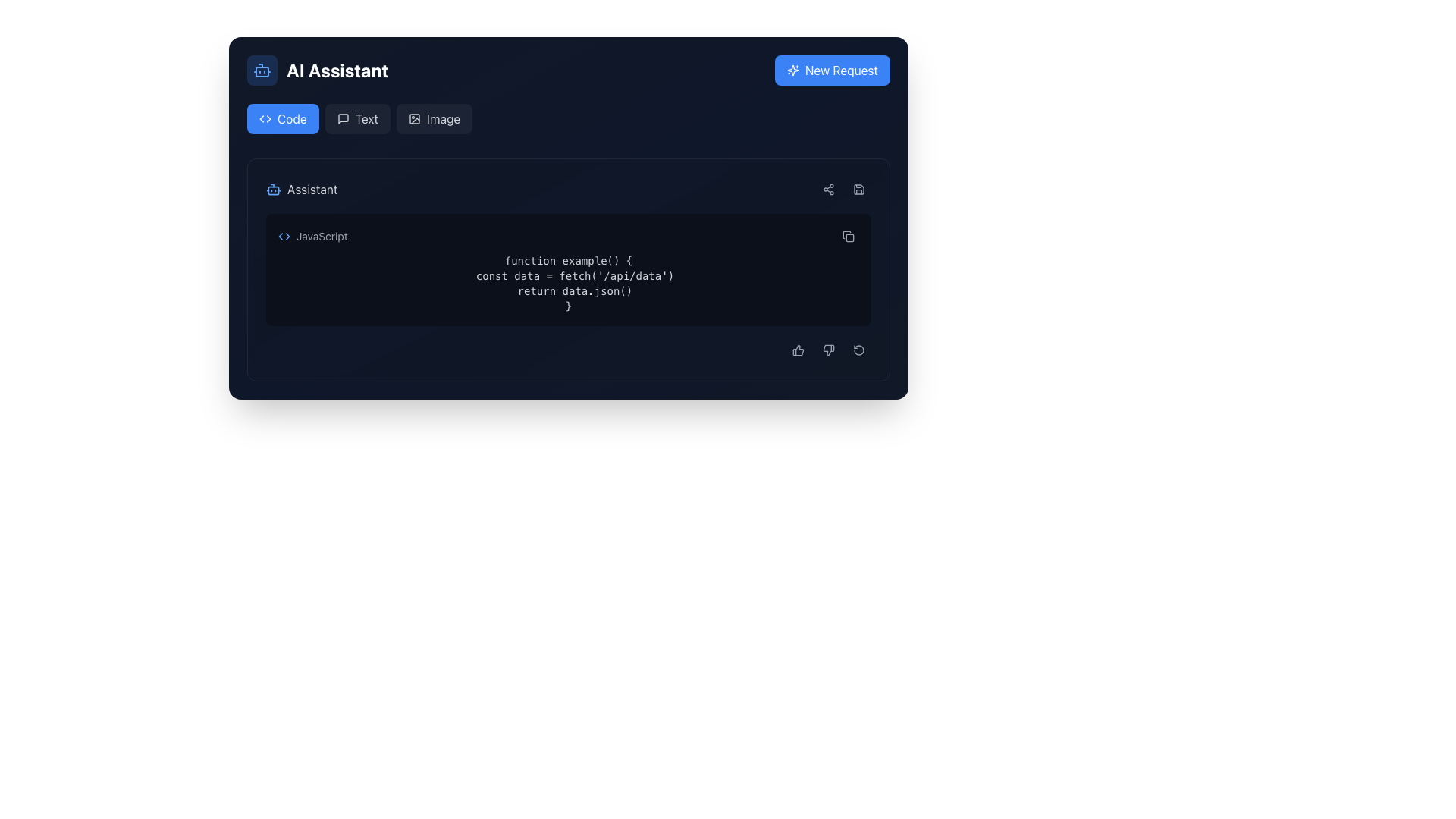 This screenshot has width=1456, height=819. I want to click on the first circular icon button depicting a gray share symbol located at the top right corner of the active section, so click(828, 189).